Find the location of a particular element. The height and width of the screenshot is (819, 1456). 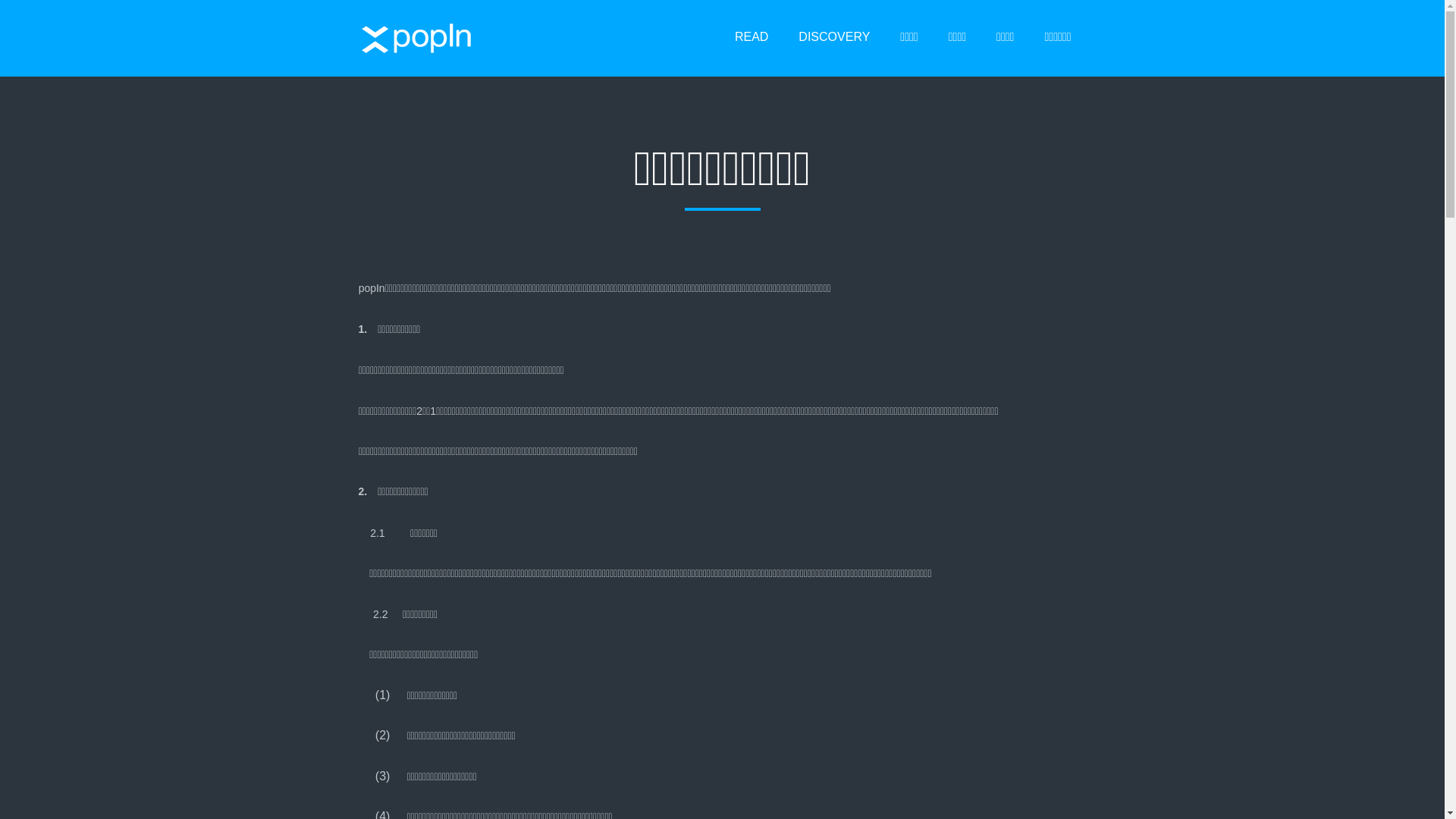

'READ' is located at coordinates (751, 37).